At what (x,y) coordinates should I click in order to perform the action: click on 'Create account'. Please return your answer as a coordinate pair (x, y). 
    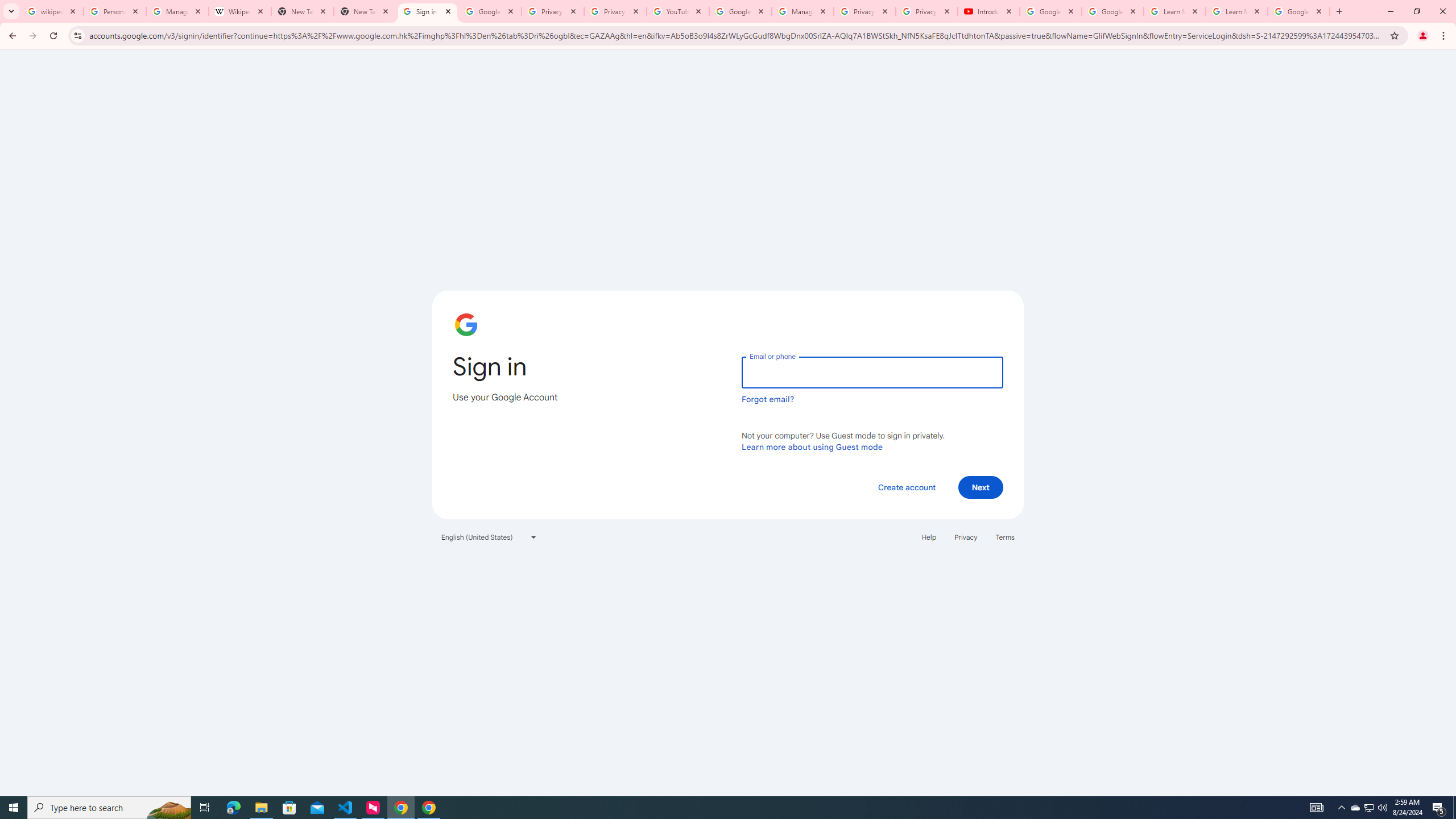
    Looking at the image, I should click on (906, 486).